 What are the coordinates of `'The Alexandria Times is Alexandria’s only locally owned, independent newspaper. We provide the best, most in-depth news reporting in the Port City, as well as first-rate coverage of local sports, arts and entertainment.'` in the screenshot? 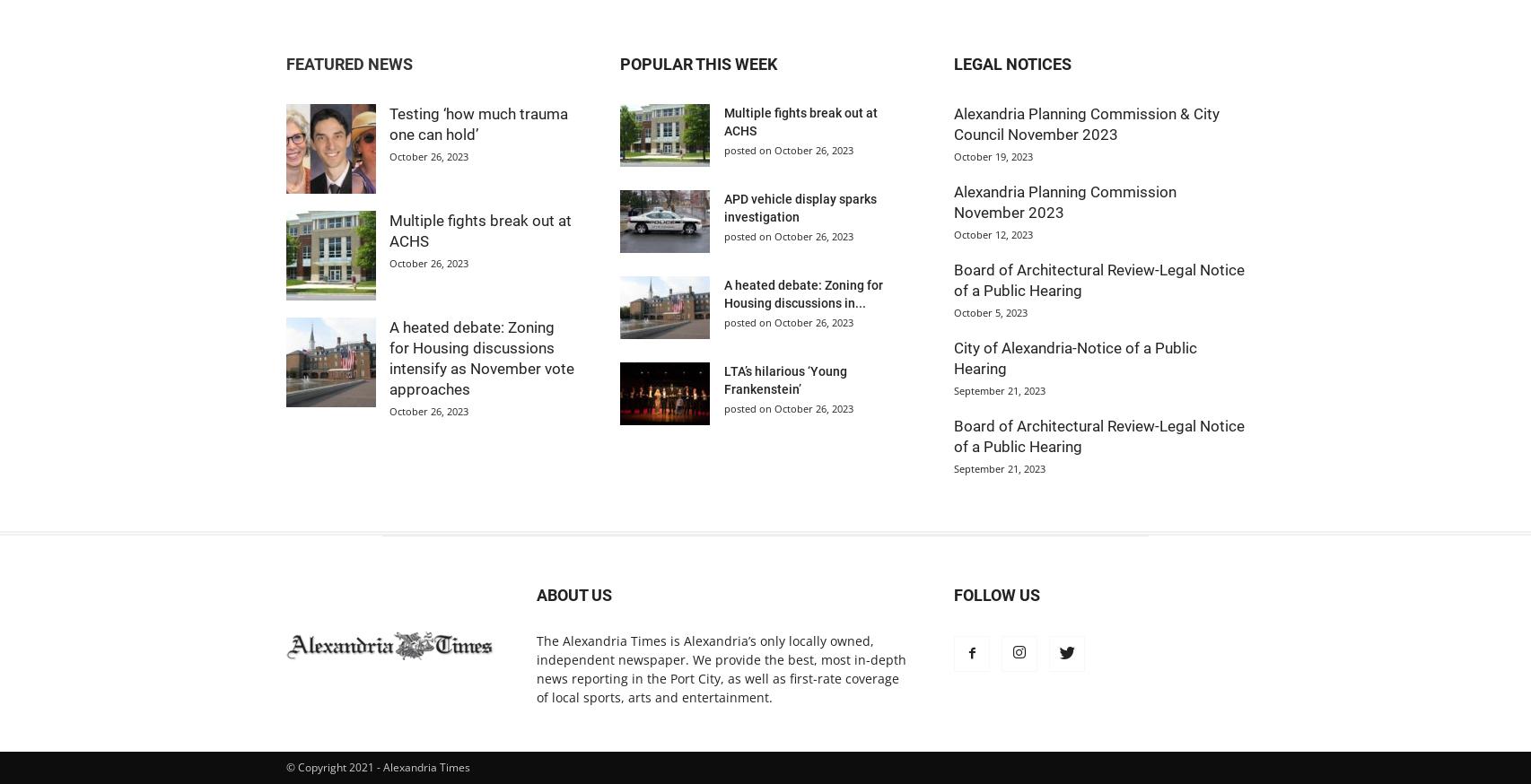 It's located at (721, 667).